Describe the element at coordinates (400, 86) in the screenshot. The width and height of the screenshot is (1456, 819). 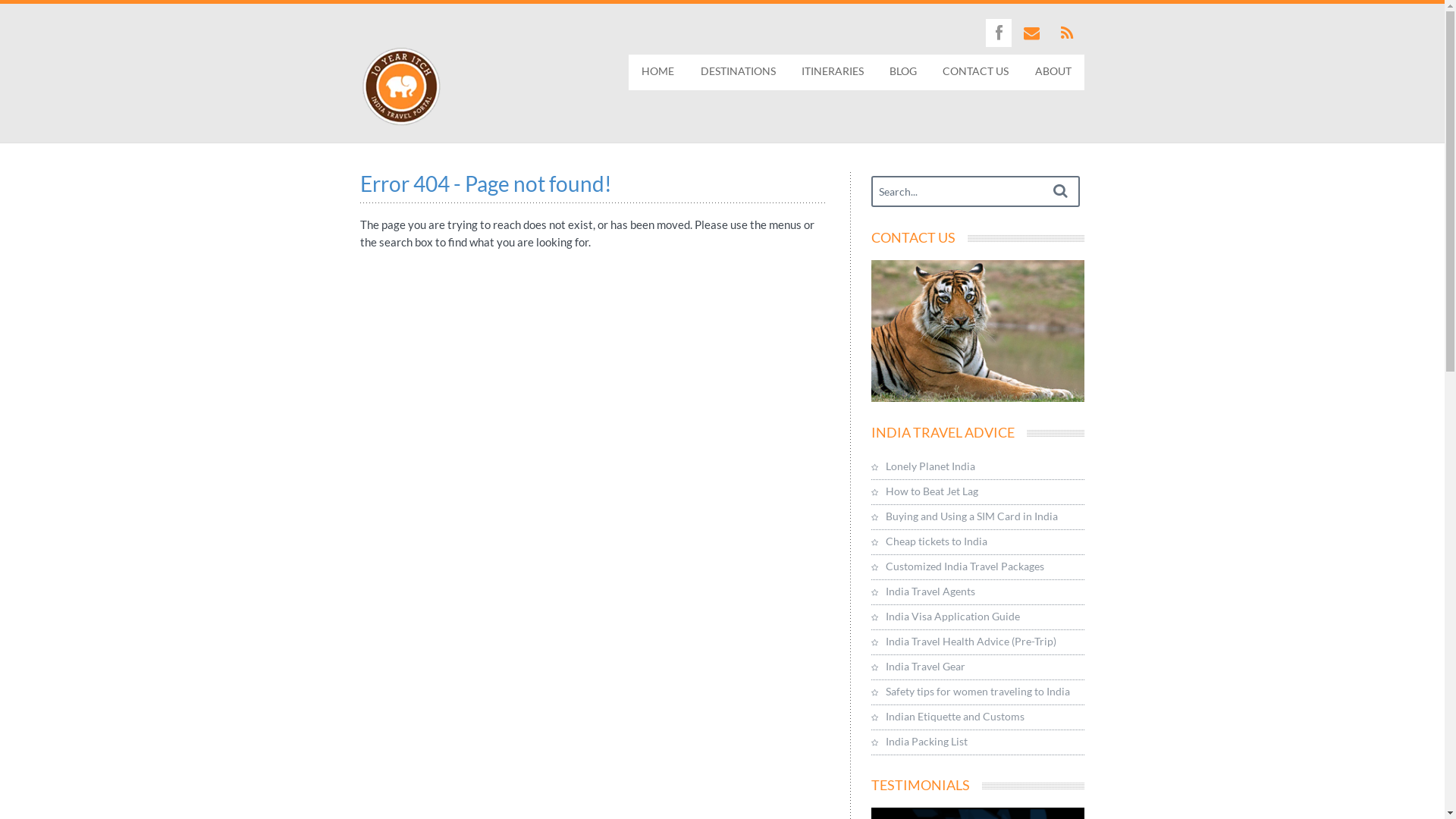
I see `'10 Year Itch : India Travel Portal'` at that location.